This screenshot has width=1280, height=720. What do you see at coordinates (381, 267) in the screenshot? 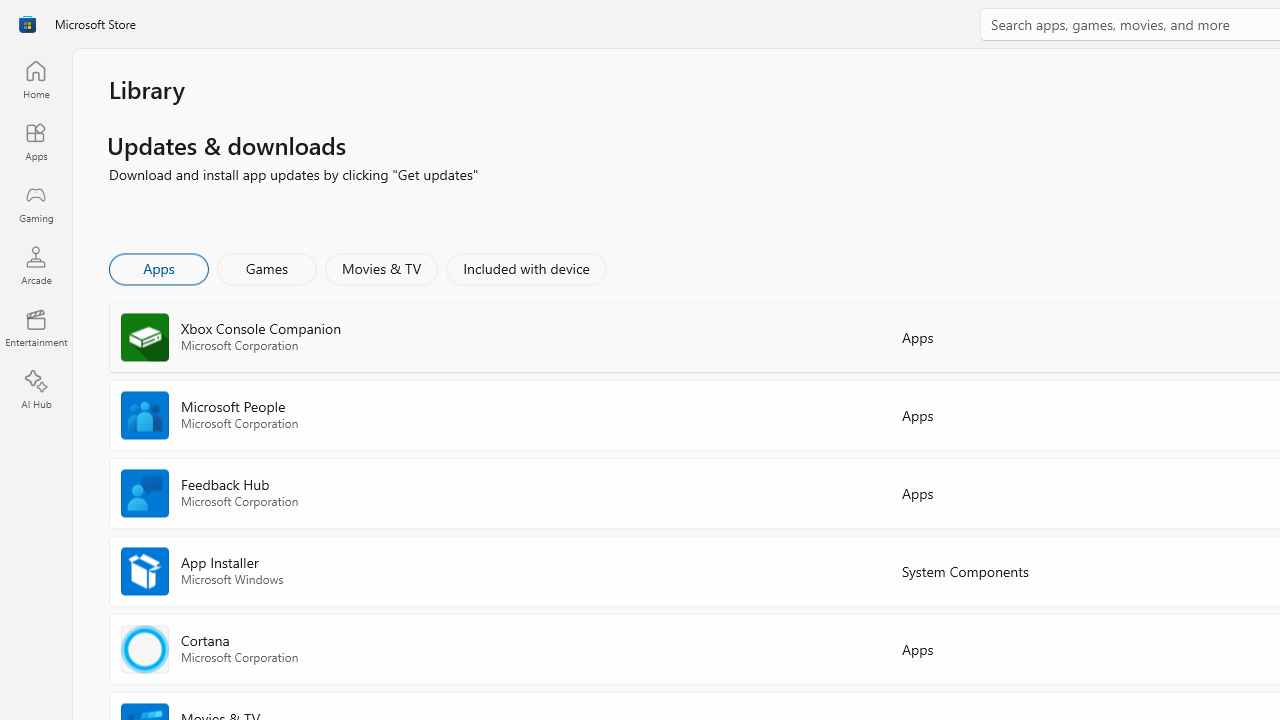
I see `'Movies & TV'` at bounding box center [381, 267].